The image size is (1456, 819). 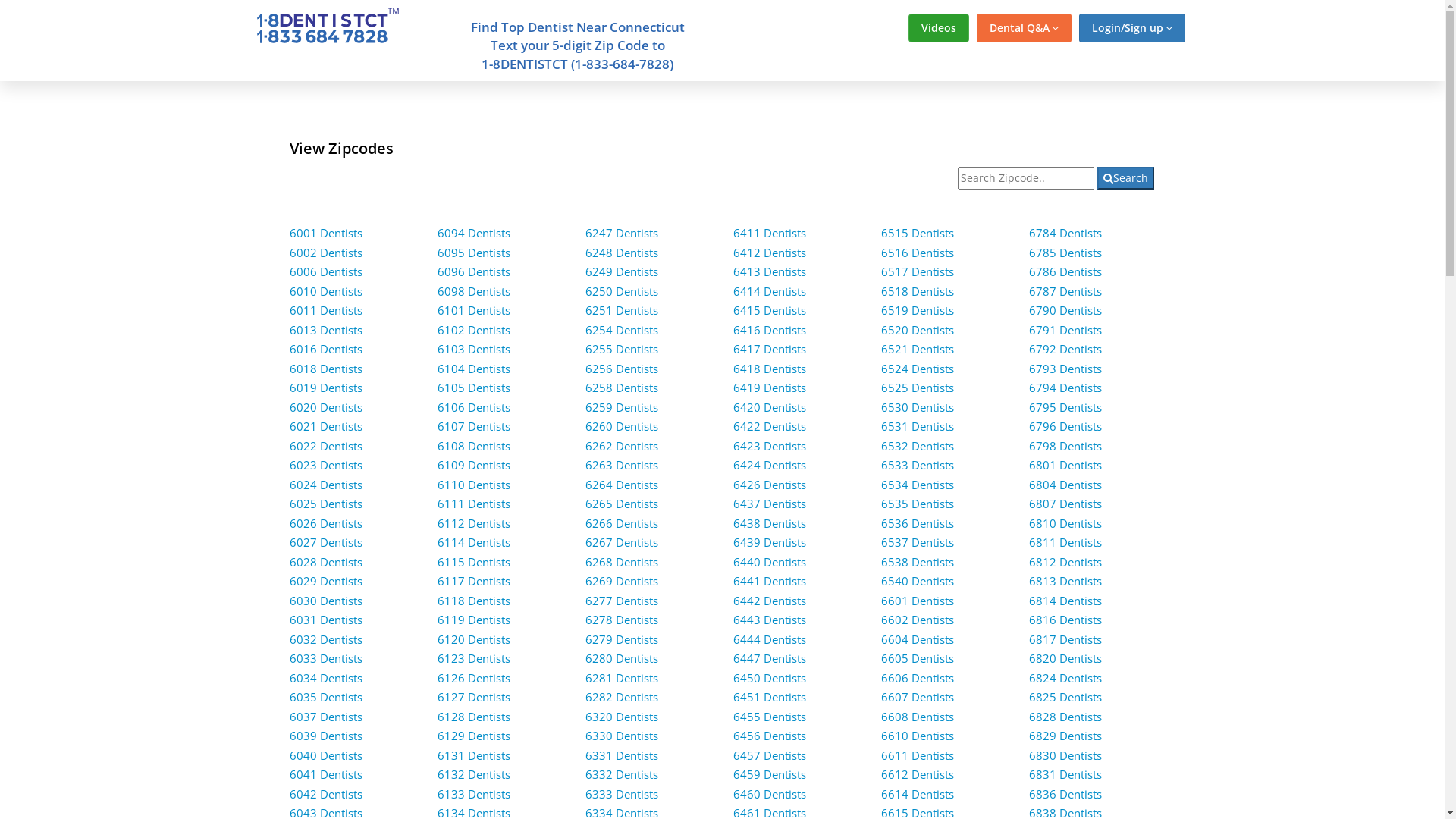 I want to click on '6817 Dentists', so click(x=1065, y=639).